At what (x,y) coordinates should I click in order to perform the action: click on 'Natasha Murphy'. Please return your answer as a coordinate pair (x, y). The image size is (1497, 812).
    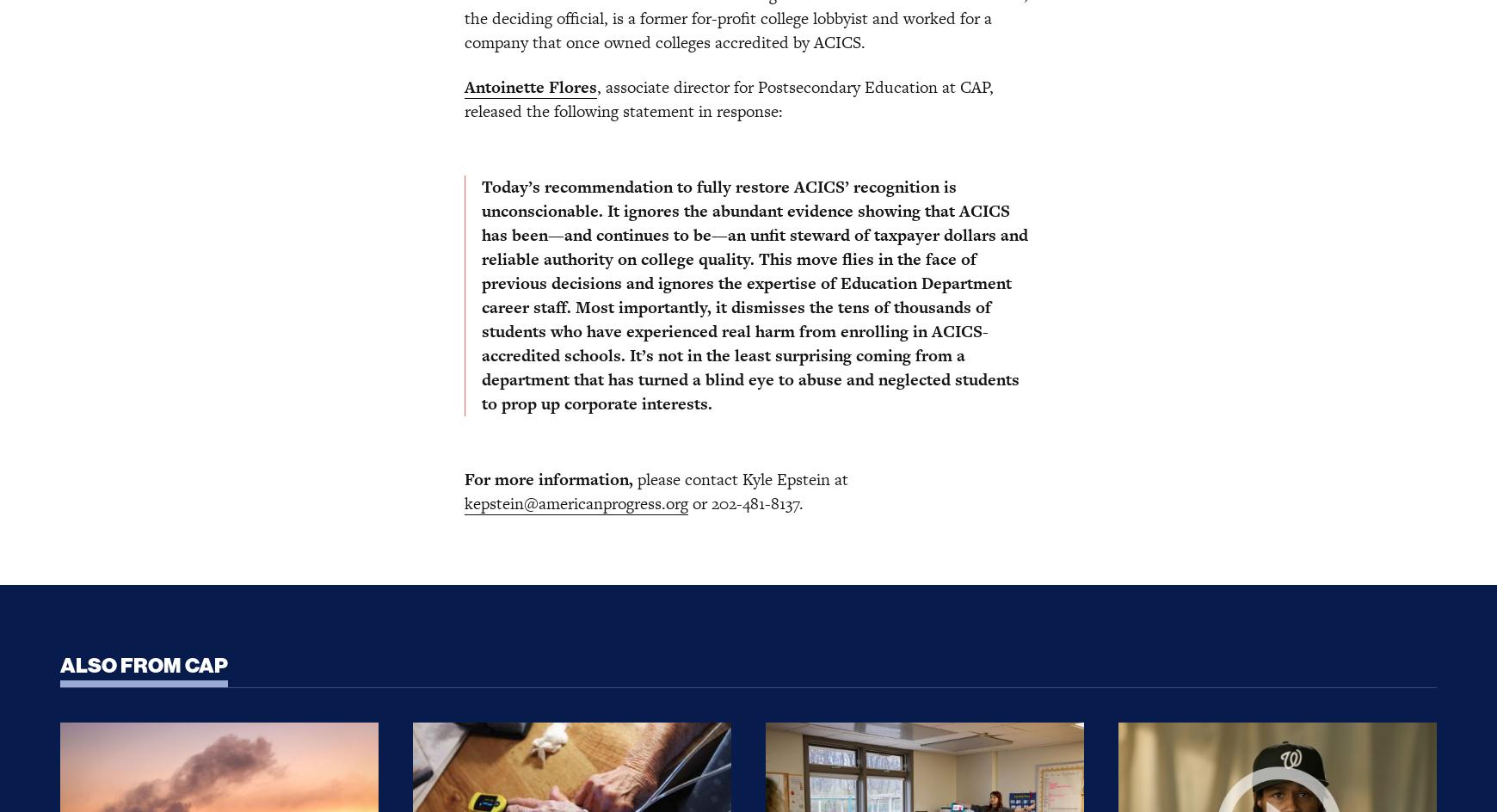
    Looking at the image, I should click on (451, 348).